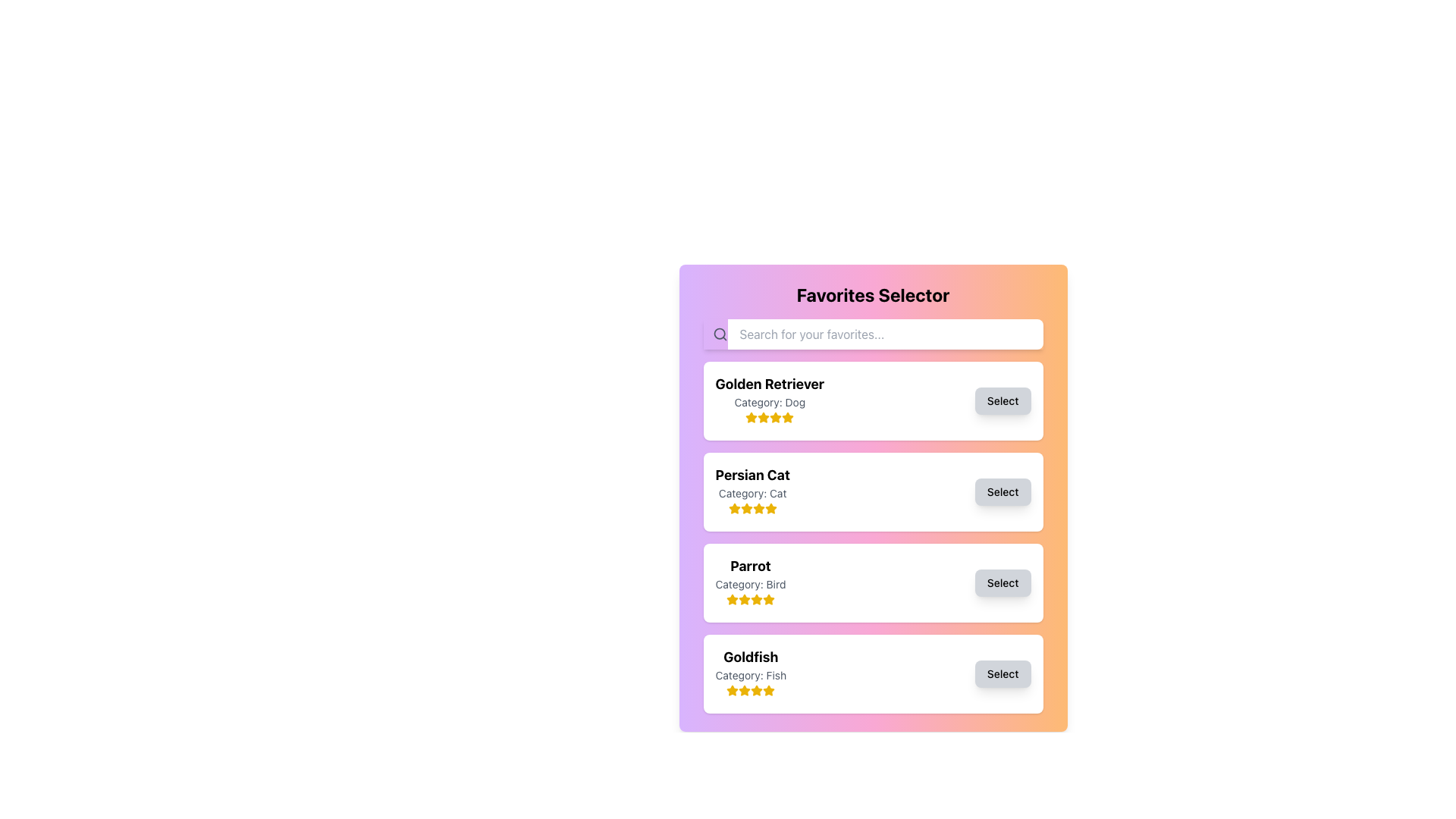 Image resolution: width=1456 pixels, height=819 pixels. Describe the element at coordinates (770, 402) in the screenshot. I see `the text label that categorizes the item 'Golden Retriever' as belonging to the category 'Dog', positioned below the title and above the rating stars` at that location.